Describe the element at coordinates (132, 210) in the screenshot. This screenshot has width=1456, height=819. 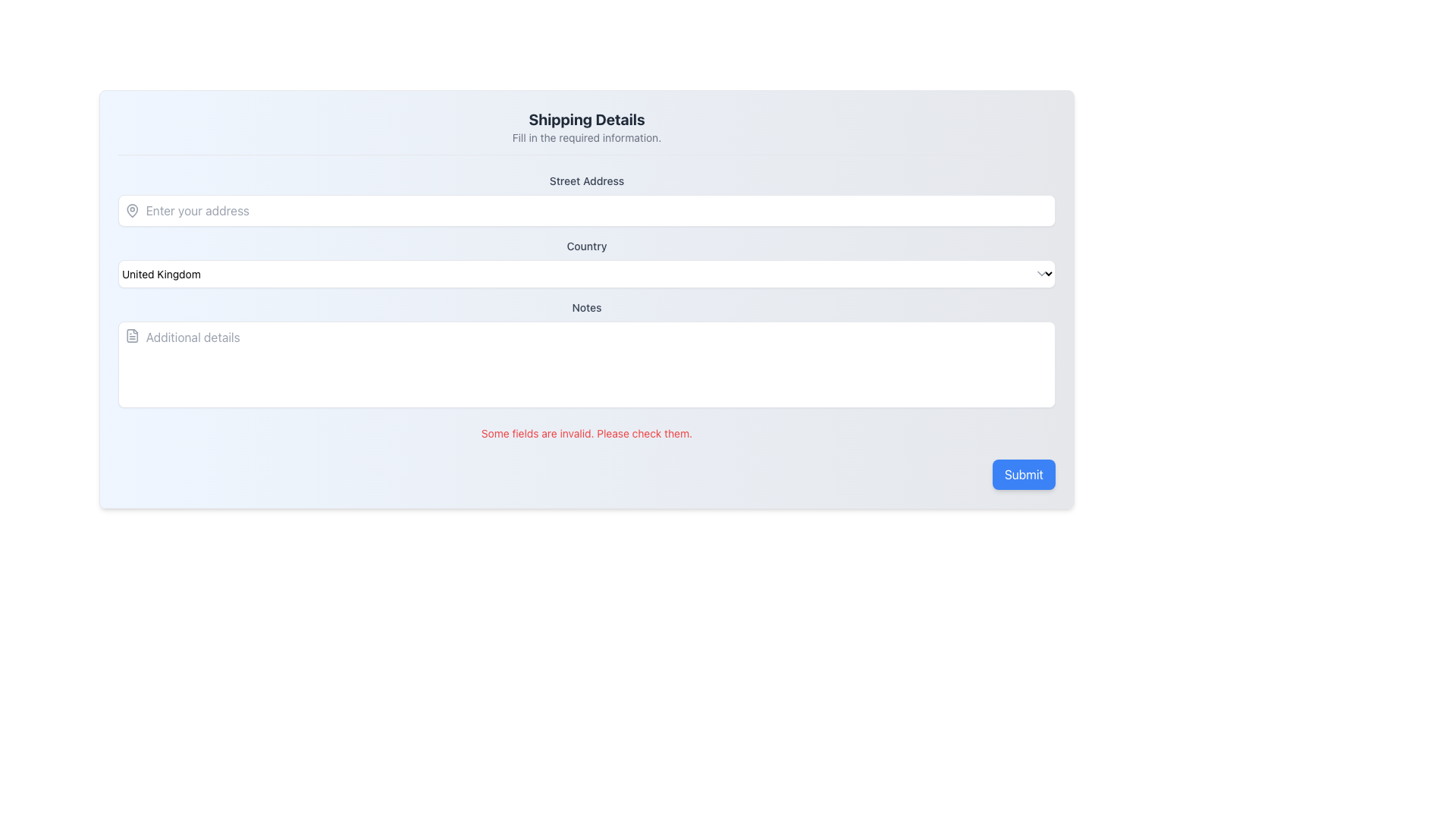
I see `the location input icon located to the left of the 'Enter your address' input field` at that location.